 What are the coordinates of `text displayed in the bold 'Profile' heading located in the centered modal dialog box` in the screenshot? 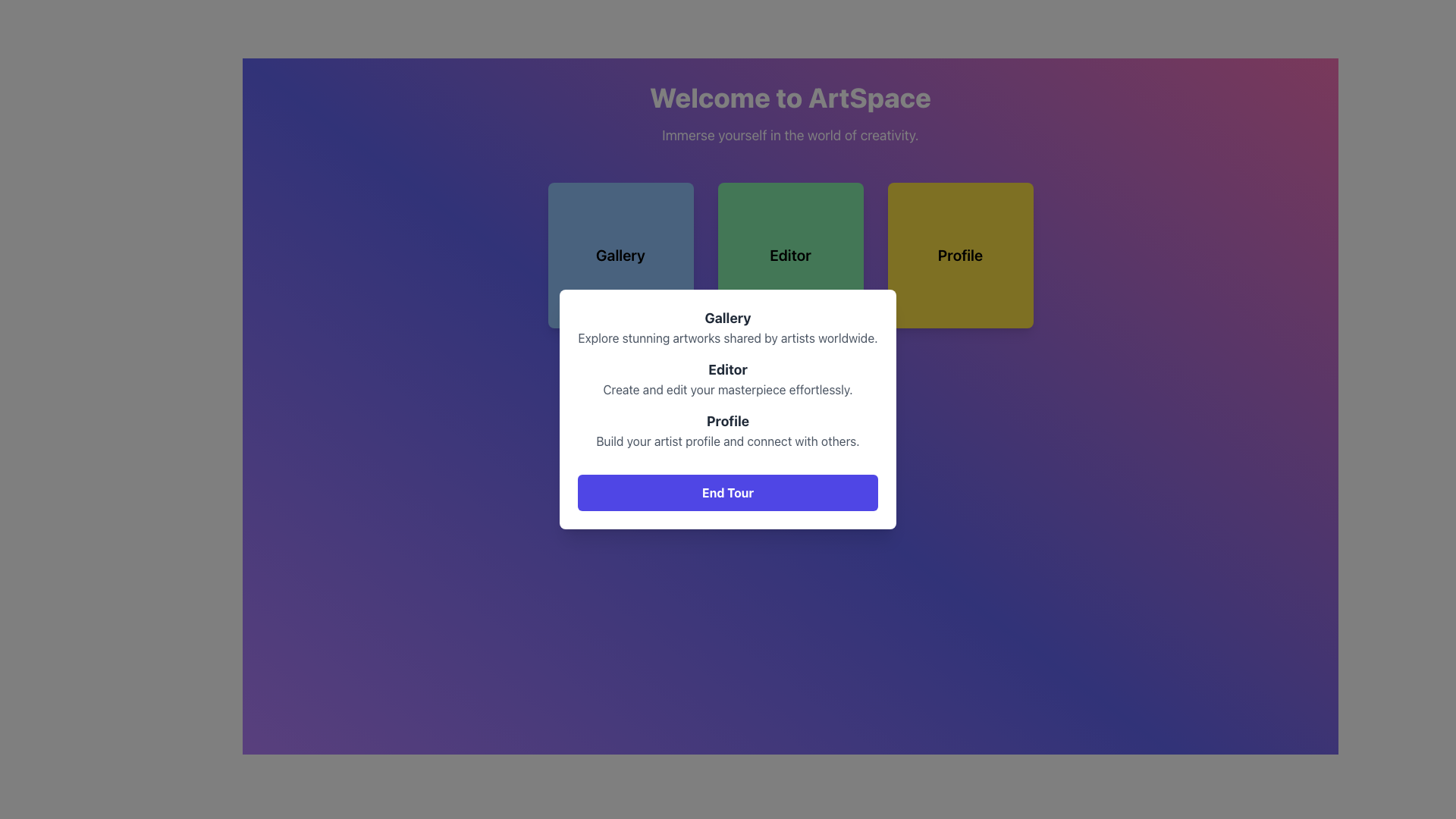 It's located at (728, 421).